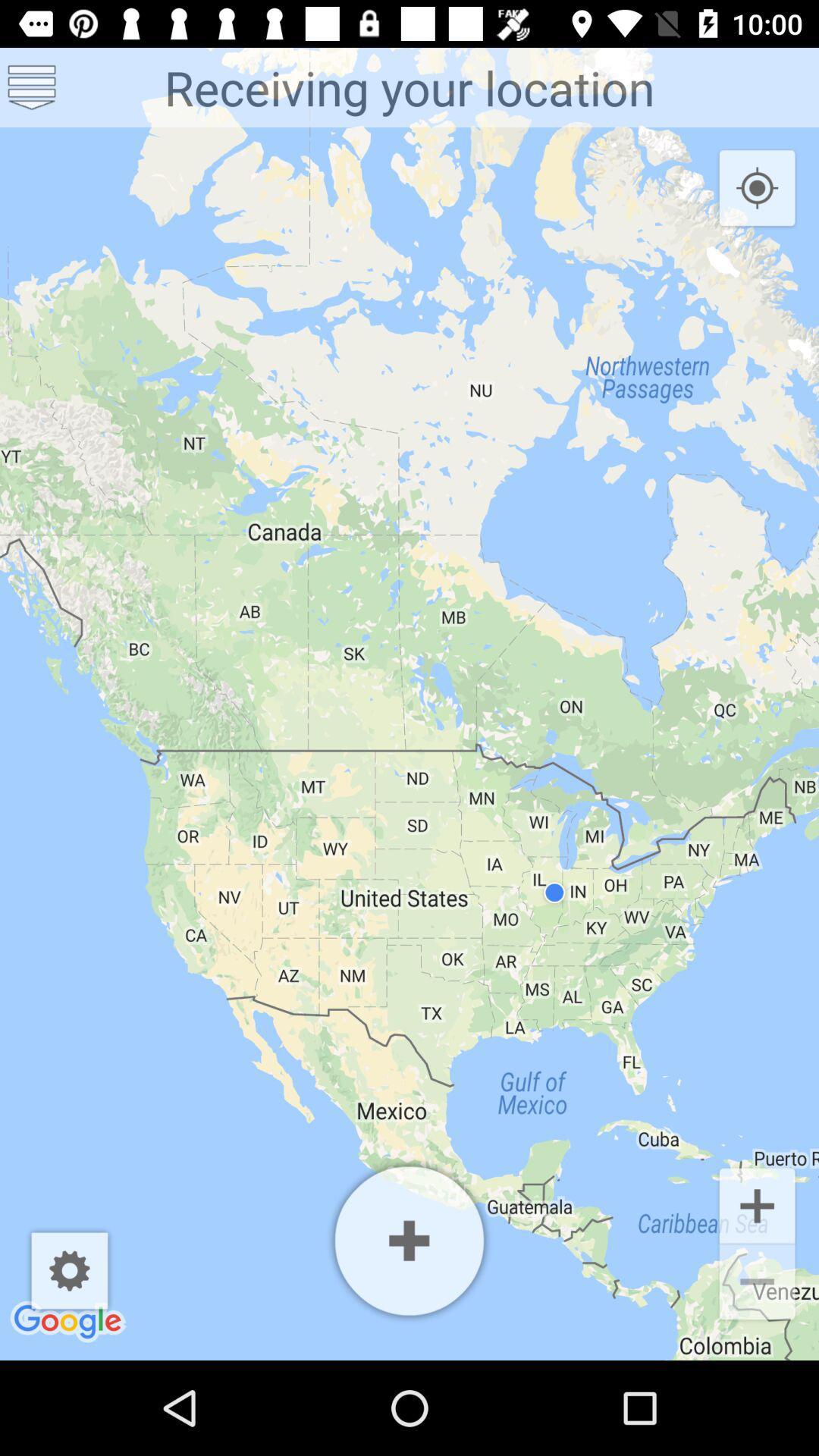  What do you see at coordinates (32, 86) in the screenshot?
I see `open the menu` at bounding box center [32, 86].